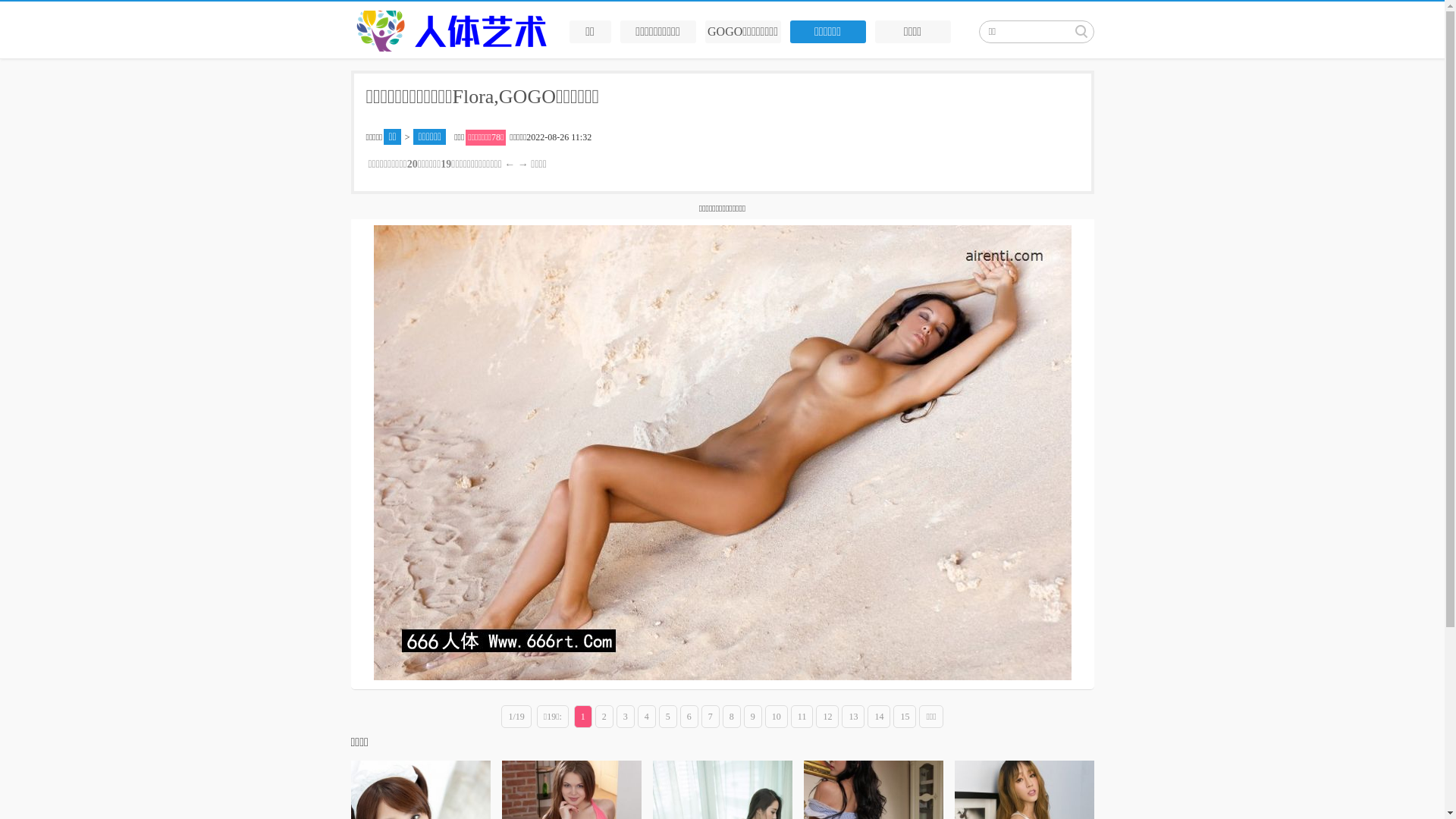  I want to click on '5', so click(667, 717).